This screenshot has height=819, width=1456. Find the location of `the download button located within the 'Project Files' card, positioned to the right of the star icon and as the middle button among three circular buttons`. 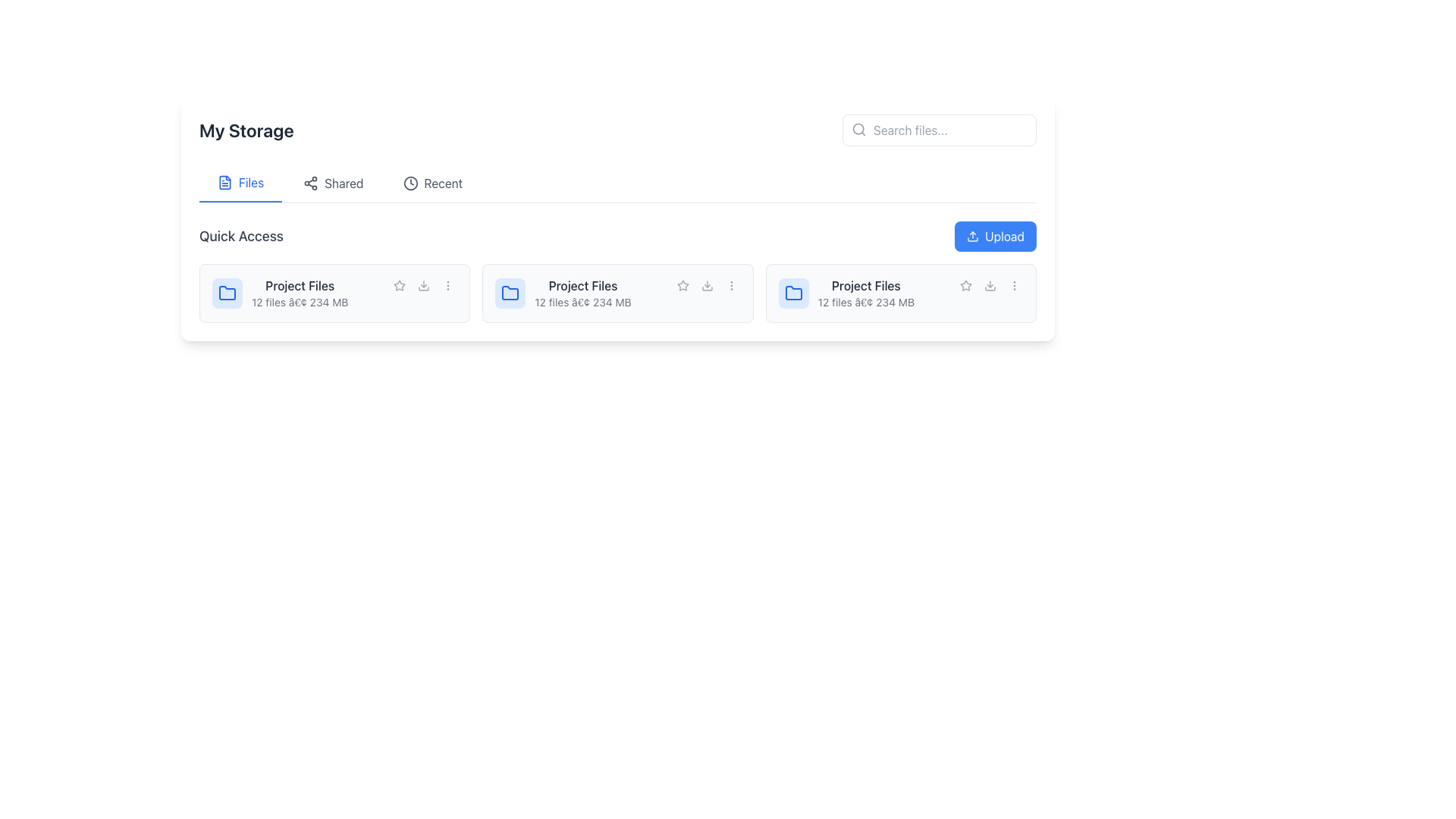

the download button located within the 'Project Files' card, positioned to the right of the star icon and as the middle button among three circular buttons is located at coordinates (706, 286).